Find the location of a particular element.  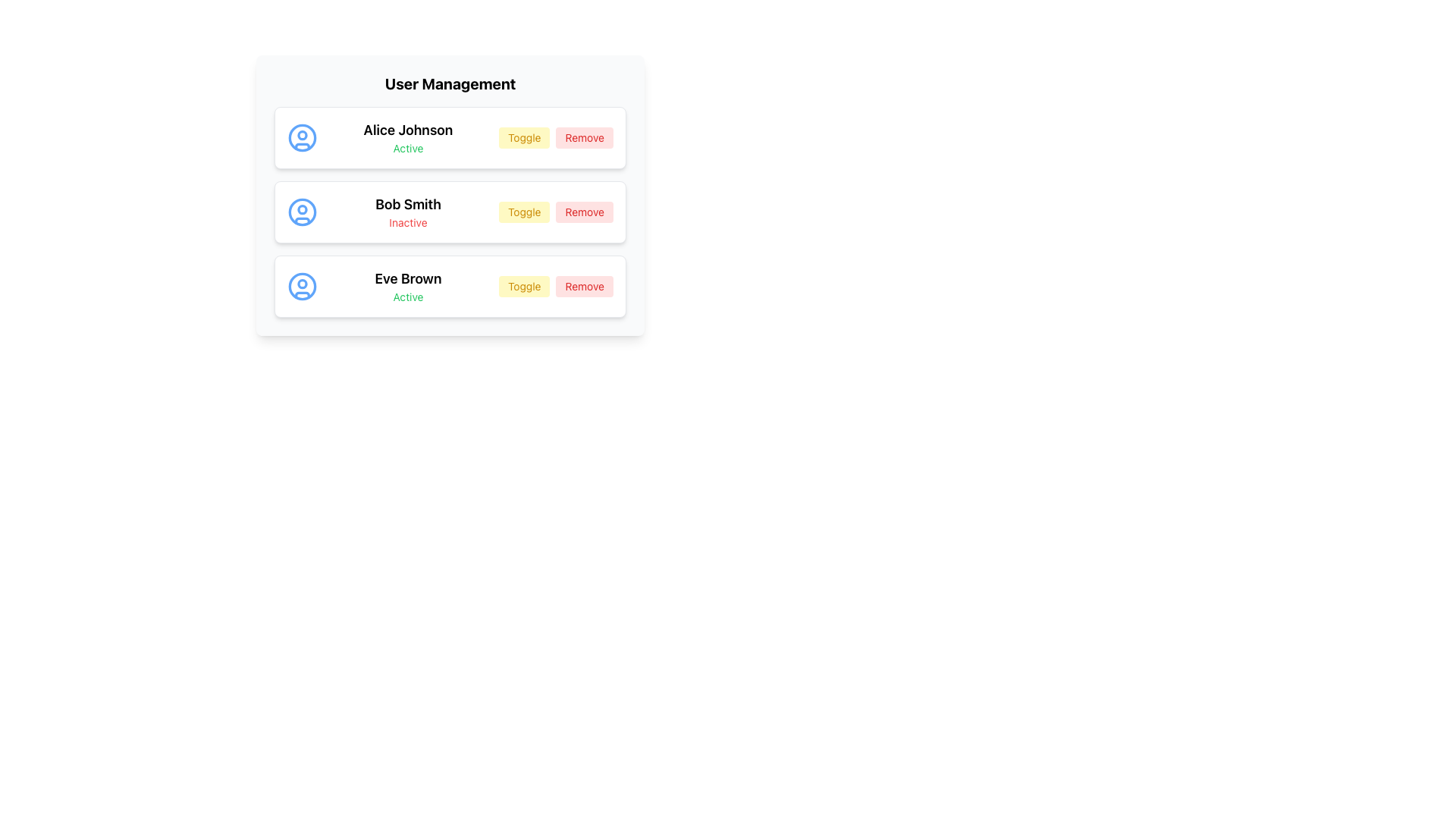

the static text indicating that user 'Bob Smith' is currently inactive, located below the 'Bob Smith' text and adjacent to the 'Toggle' and 'Remove' buttons is located at coordinates (408, 222).